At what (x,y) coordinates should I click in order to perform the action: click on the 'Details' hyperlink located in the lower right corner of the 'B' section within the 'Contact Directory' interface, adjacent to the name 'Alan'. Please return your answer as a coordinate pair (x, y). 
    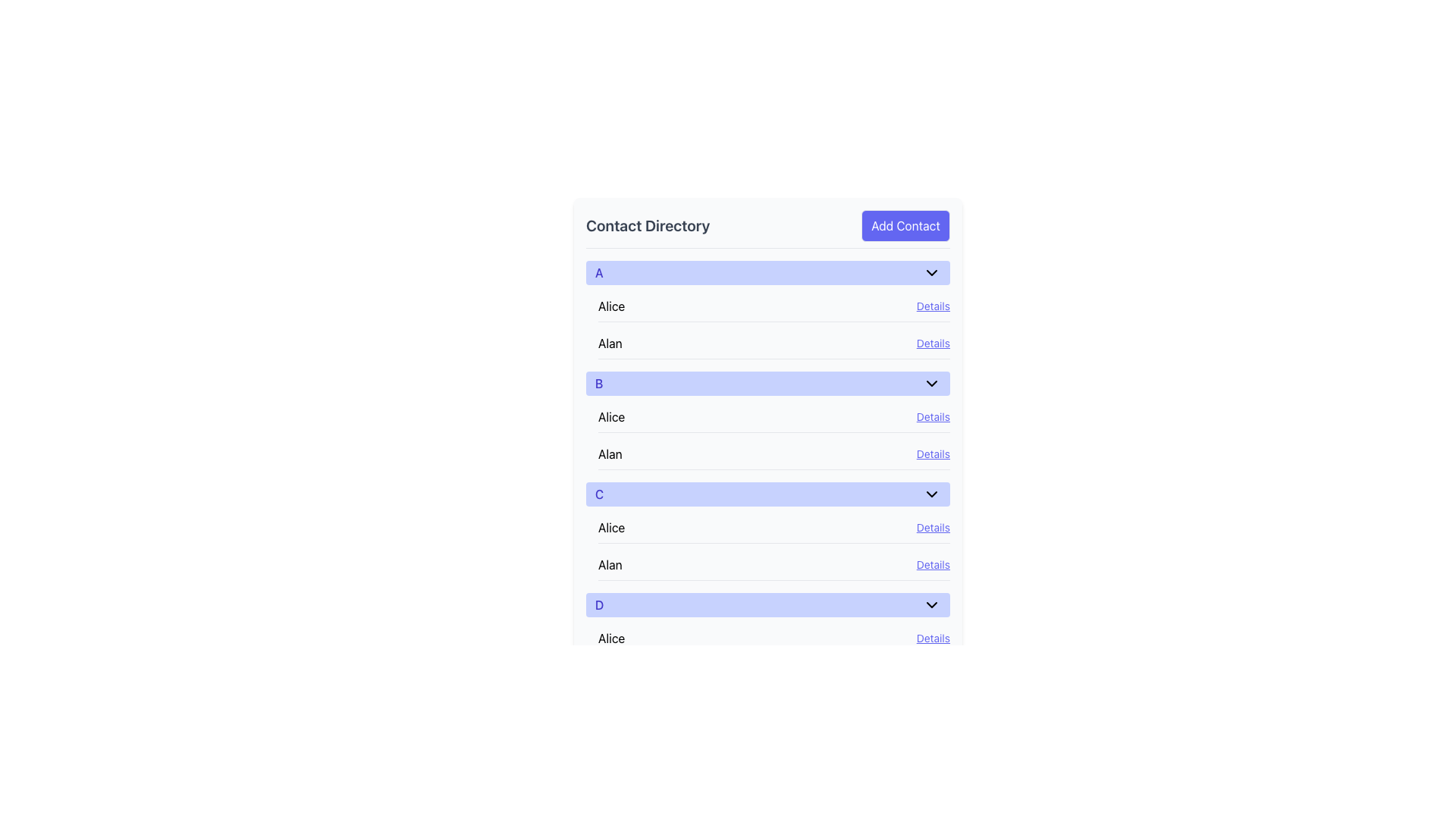
    Looking at the image, I should click on (931, 453).